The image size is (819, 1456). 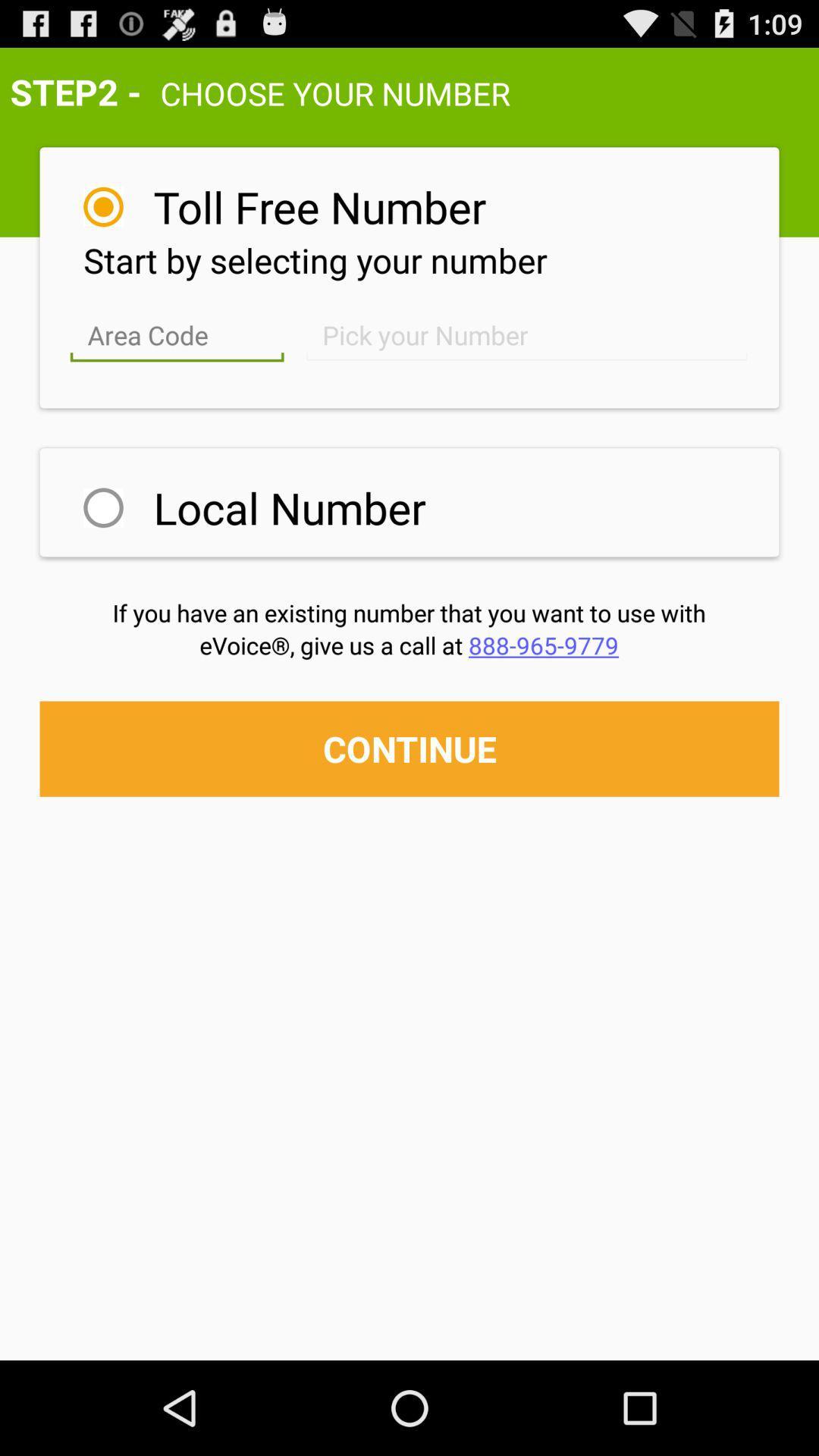 I want to click on local number, so click(x=290, y=507).